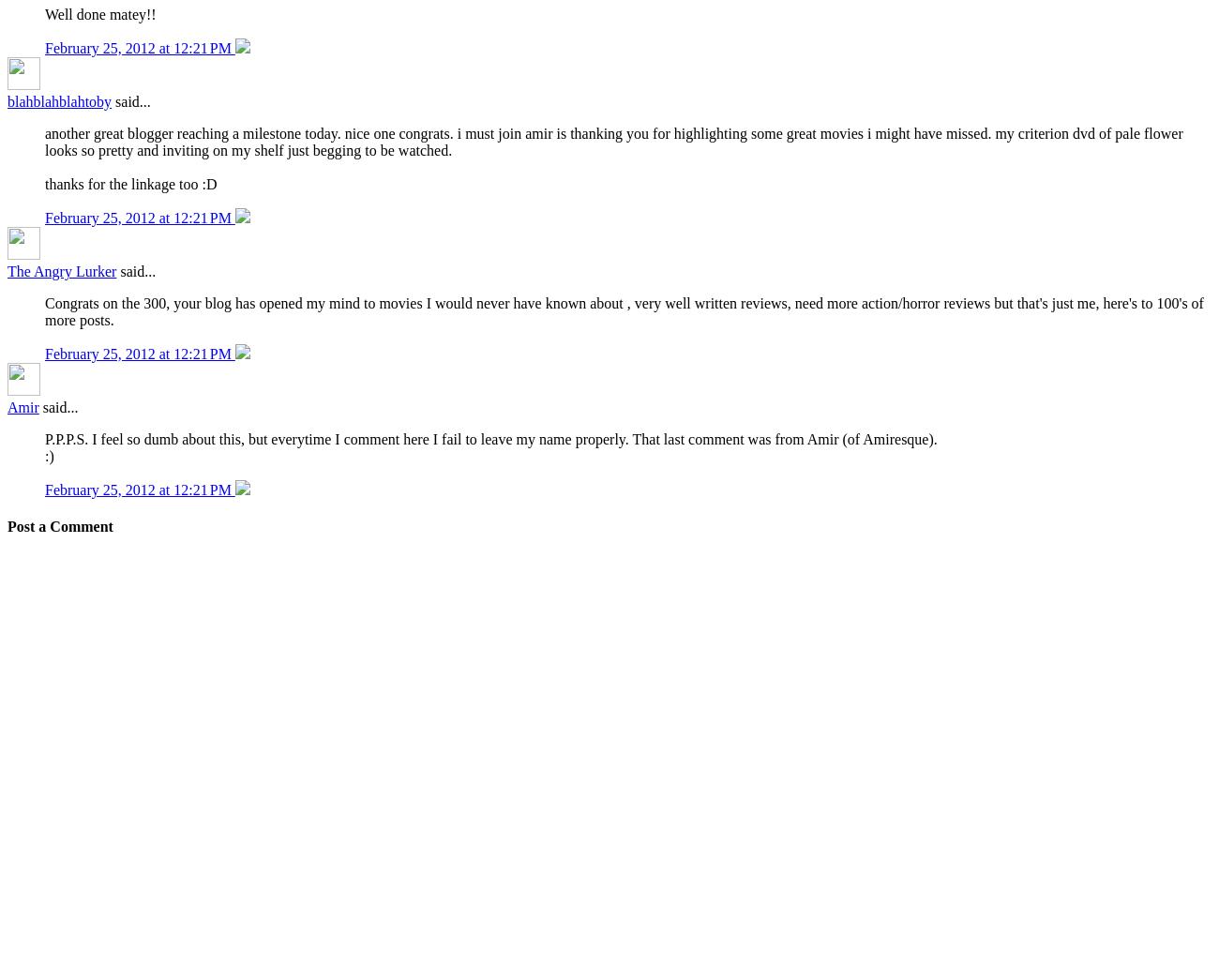 This screenshot has width=1219, height=980. Describe the element at coordinates (612, 141) in the screenshot. I see `'another great blogger reaching a milestone today. nice one congrats. i must join amir is thanking you for highlighting some great movies i might have missed. my criterion dvd of pale flower looks so pretty and inviting on my shelf just begging to be watched.'` at that location.